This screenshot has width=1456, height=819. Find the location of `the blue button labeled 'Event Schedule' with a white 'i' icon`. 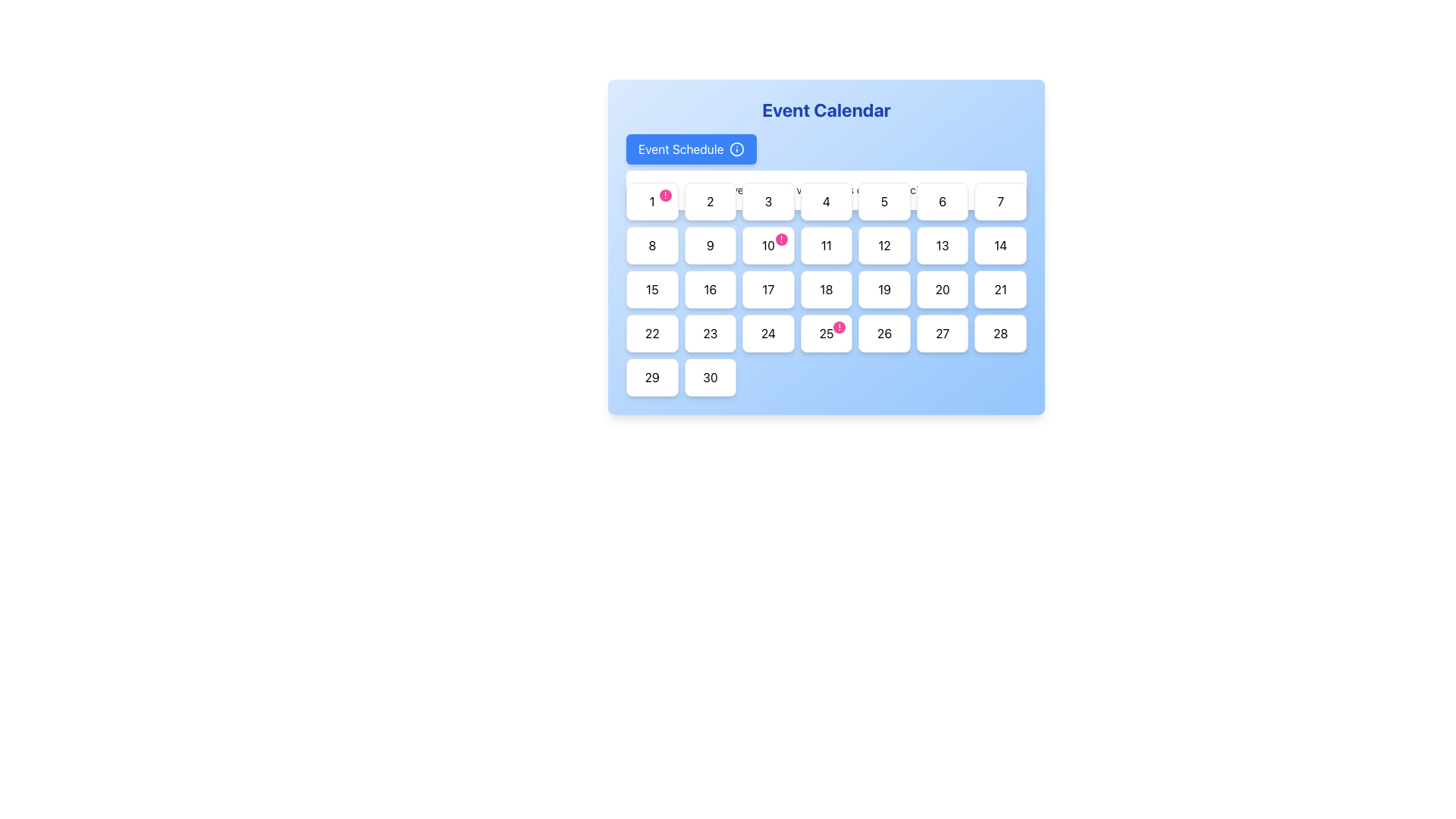

the blue button labeled 'Event Schedule' with a white 'i' icon is located at coordinates (691, 149).